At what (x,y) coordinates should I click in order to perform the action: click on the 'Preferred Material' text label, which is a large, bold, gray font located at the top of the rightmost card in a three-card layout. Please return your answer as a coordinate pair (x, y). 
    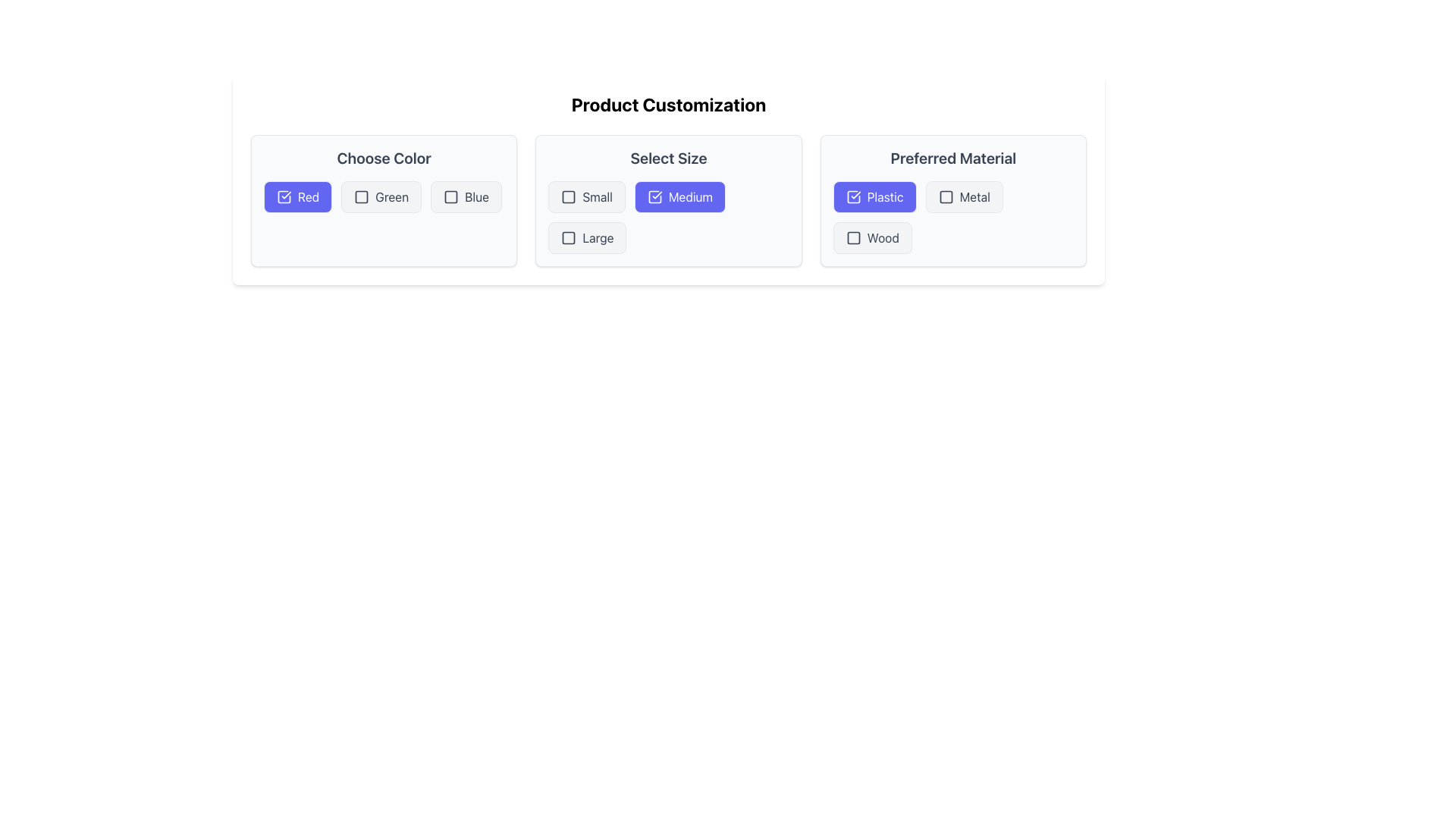
    Looking at the image, I should click on (952, 158).